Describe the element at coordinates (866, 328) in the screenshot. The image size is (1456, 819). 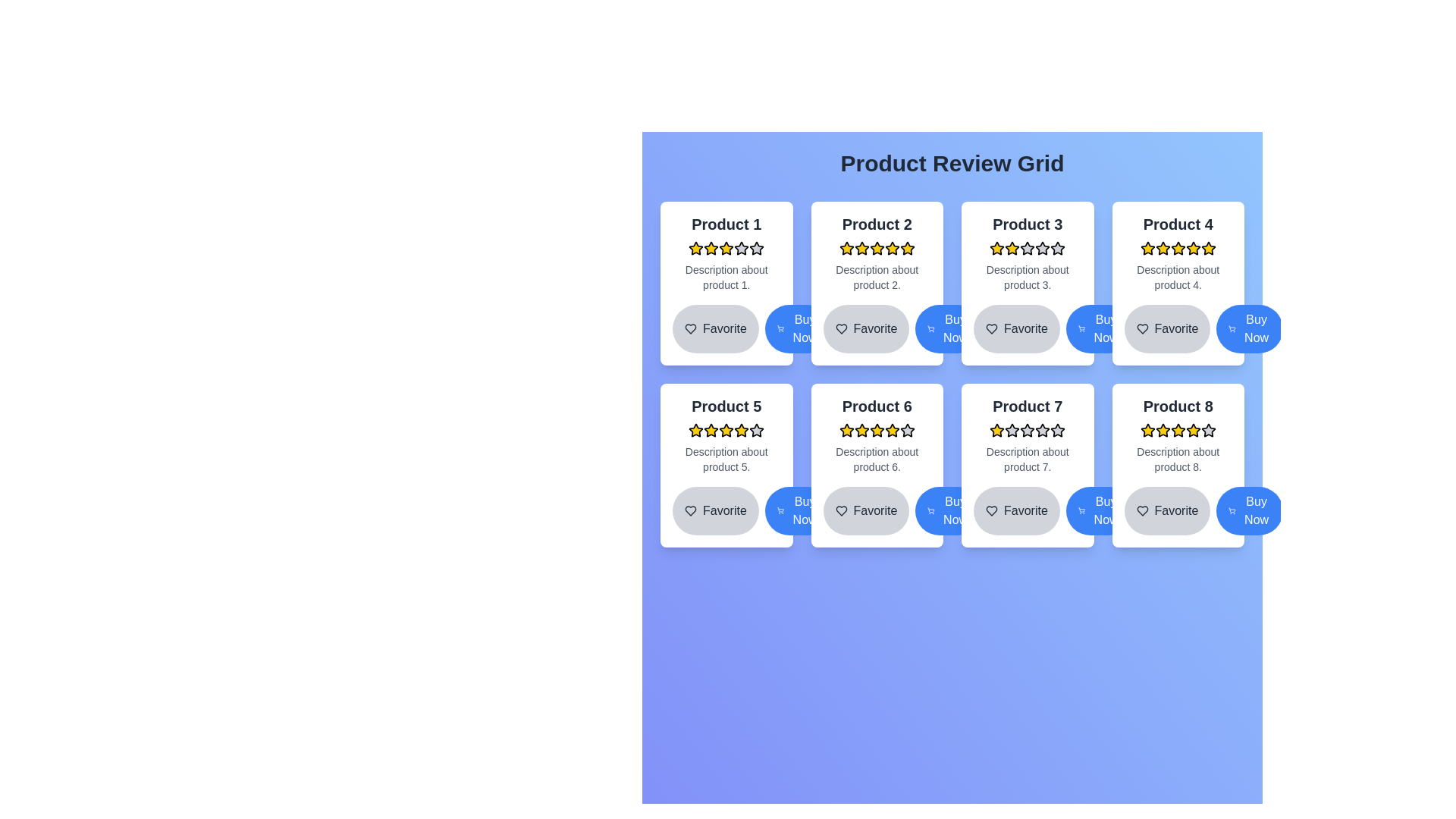
I see `the 'Favorite' button located below the 'Product 2' description card in the second column of the first row` at that location.